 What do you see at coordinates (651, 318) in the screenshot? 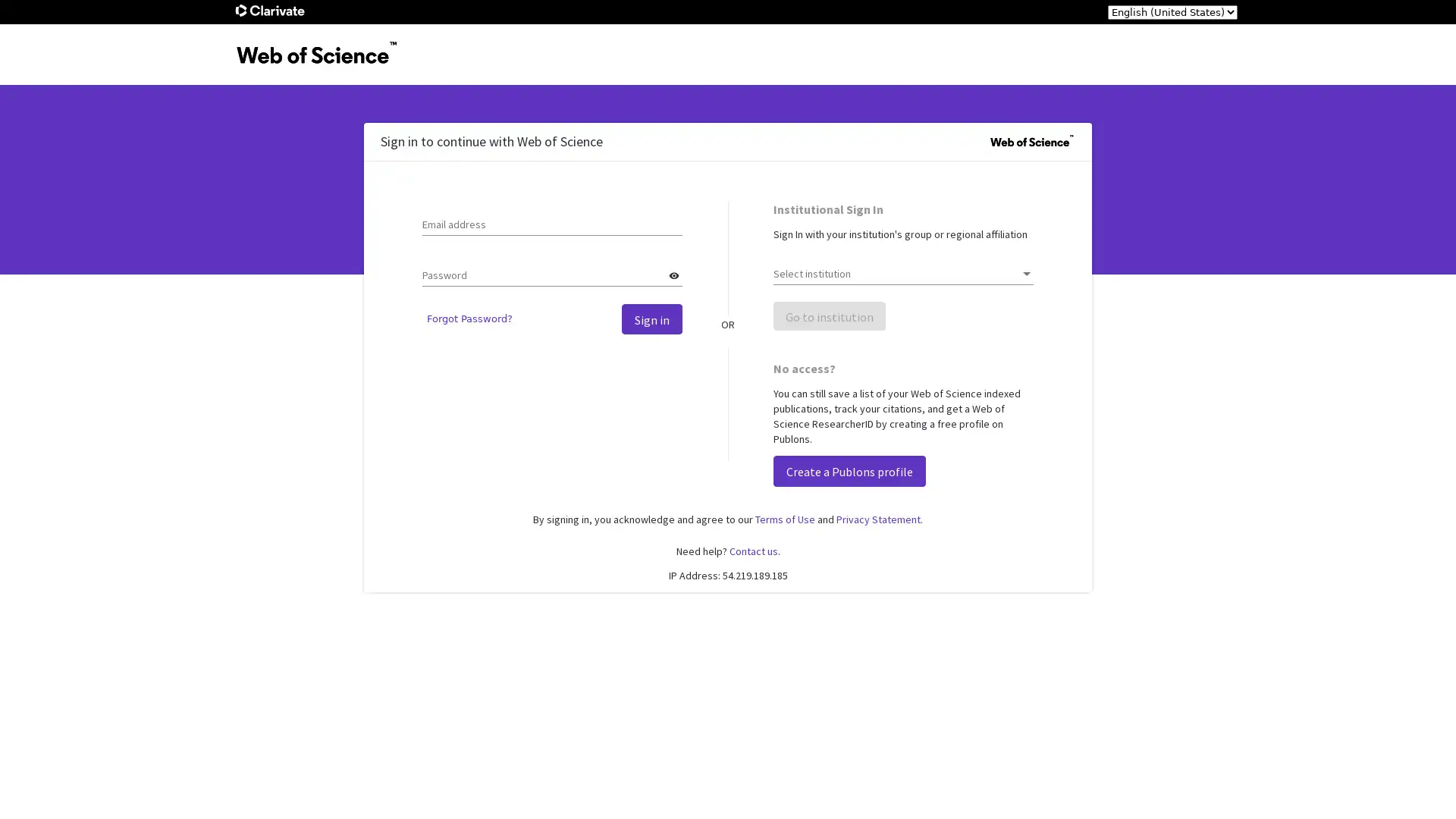
I see `Sign in` at bounding box center [651, 318].